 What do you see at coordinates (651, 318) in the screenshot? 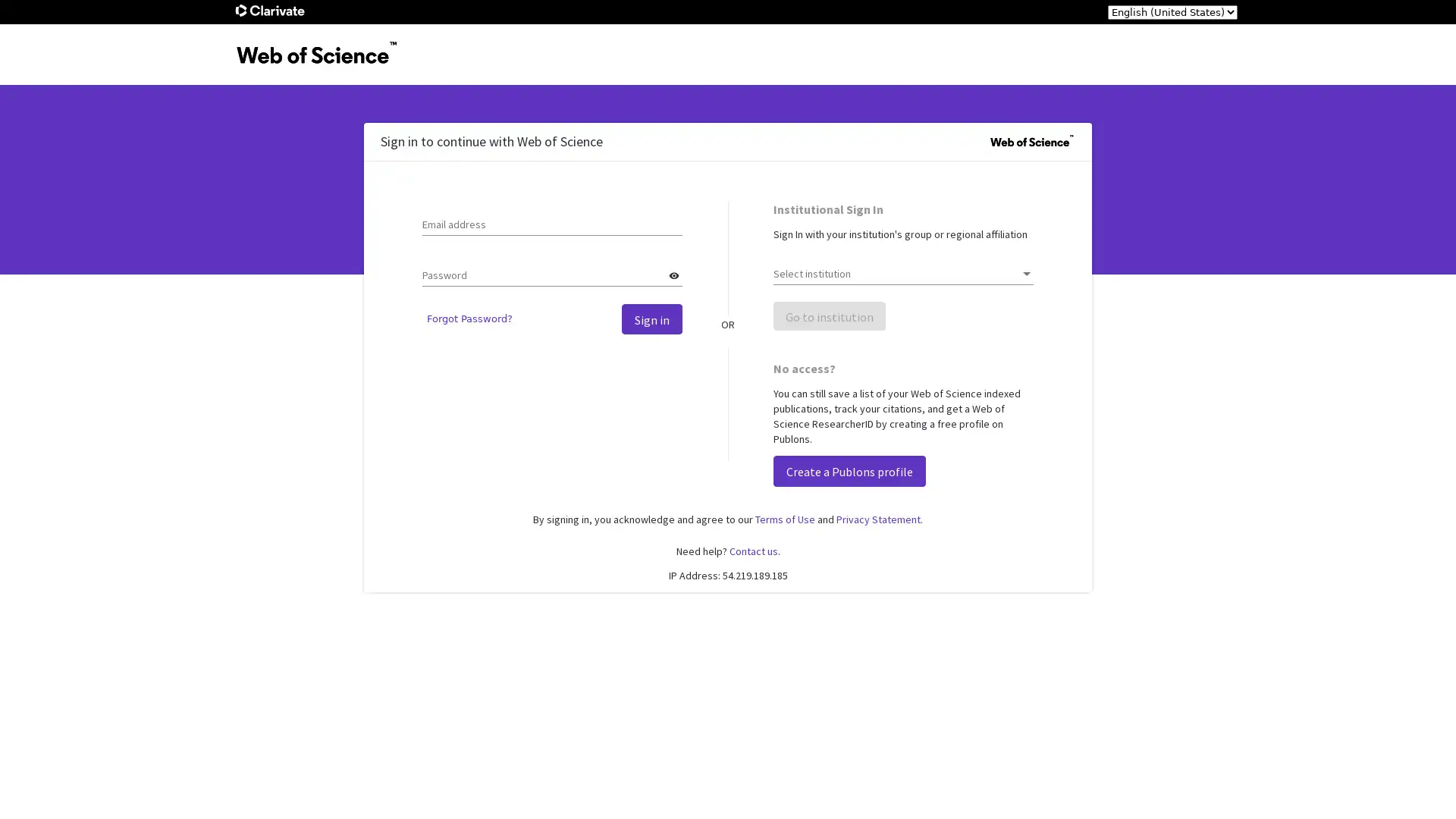
I see `Sign in` at bounding box center [651, 318].